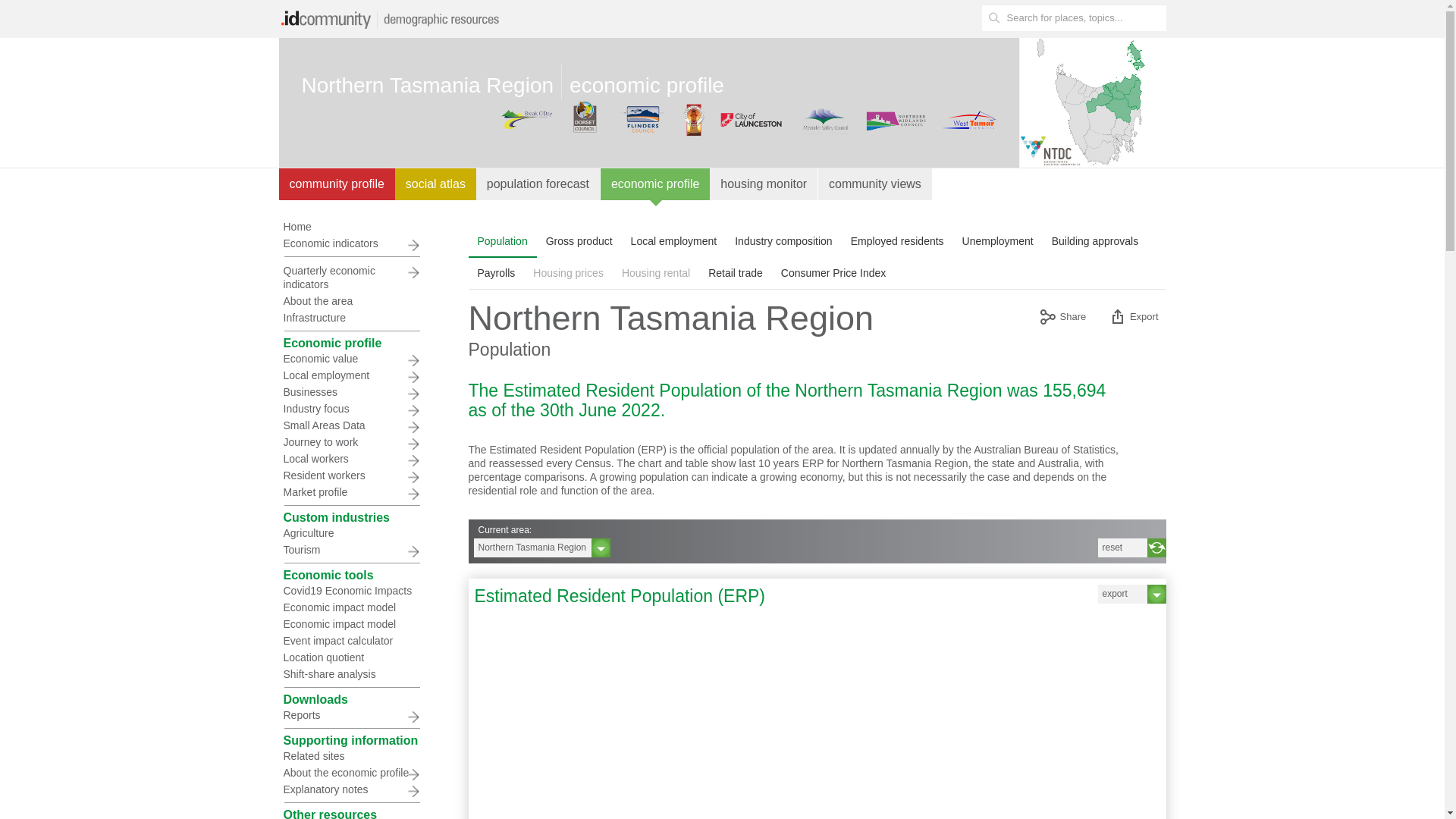  I want to click on 'Economic impact model', so click(279, 607).